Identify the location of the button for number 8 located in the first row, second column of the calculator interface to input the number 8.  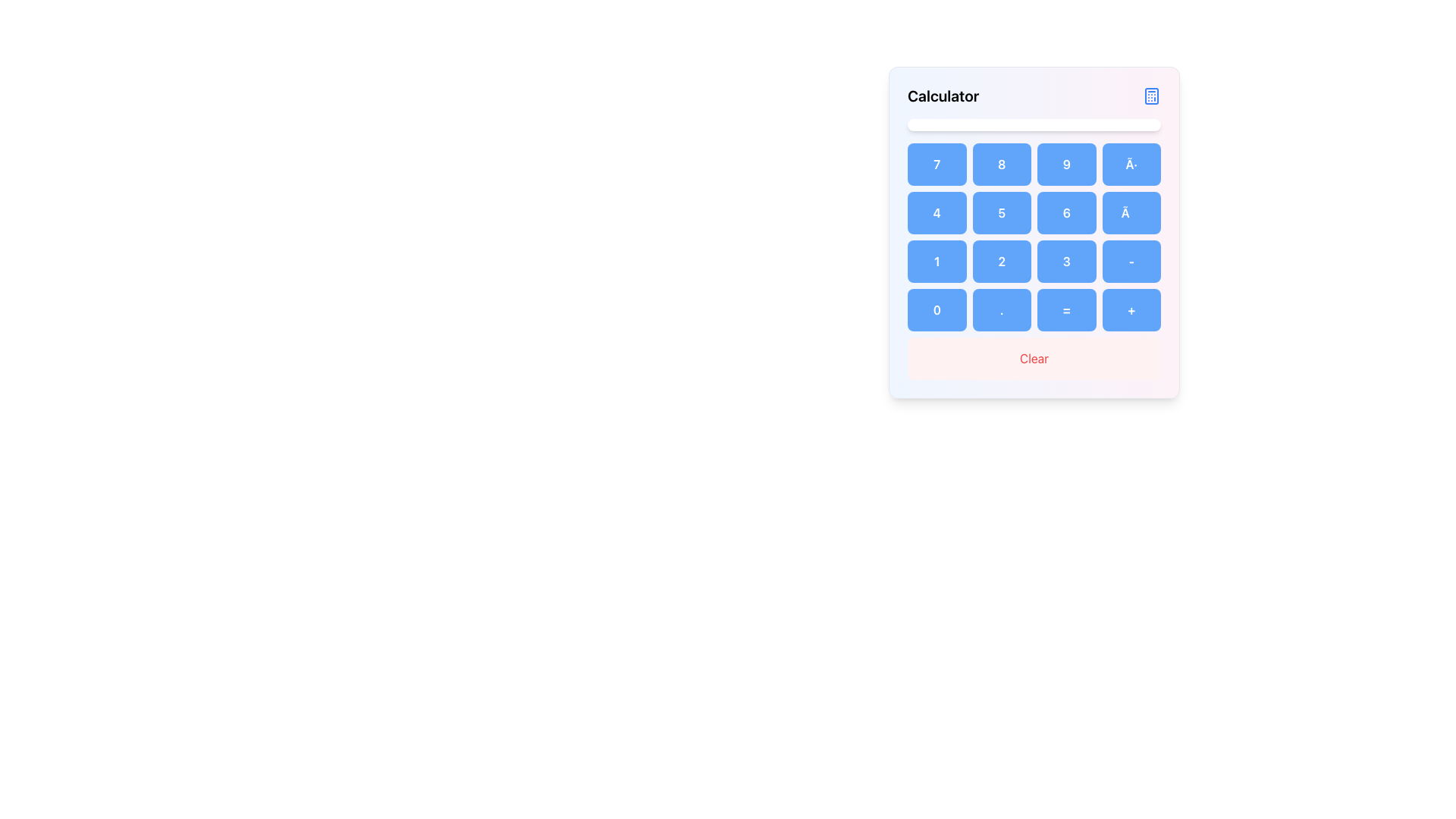
(1001, 164).